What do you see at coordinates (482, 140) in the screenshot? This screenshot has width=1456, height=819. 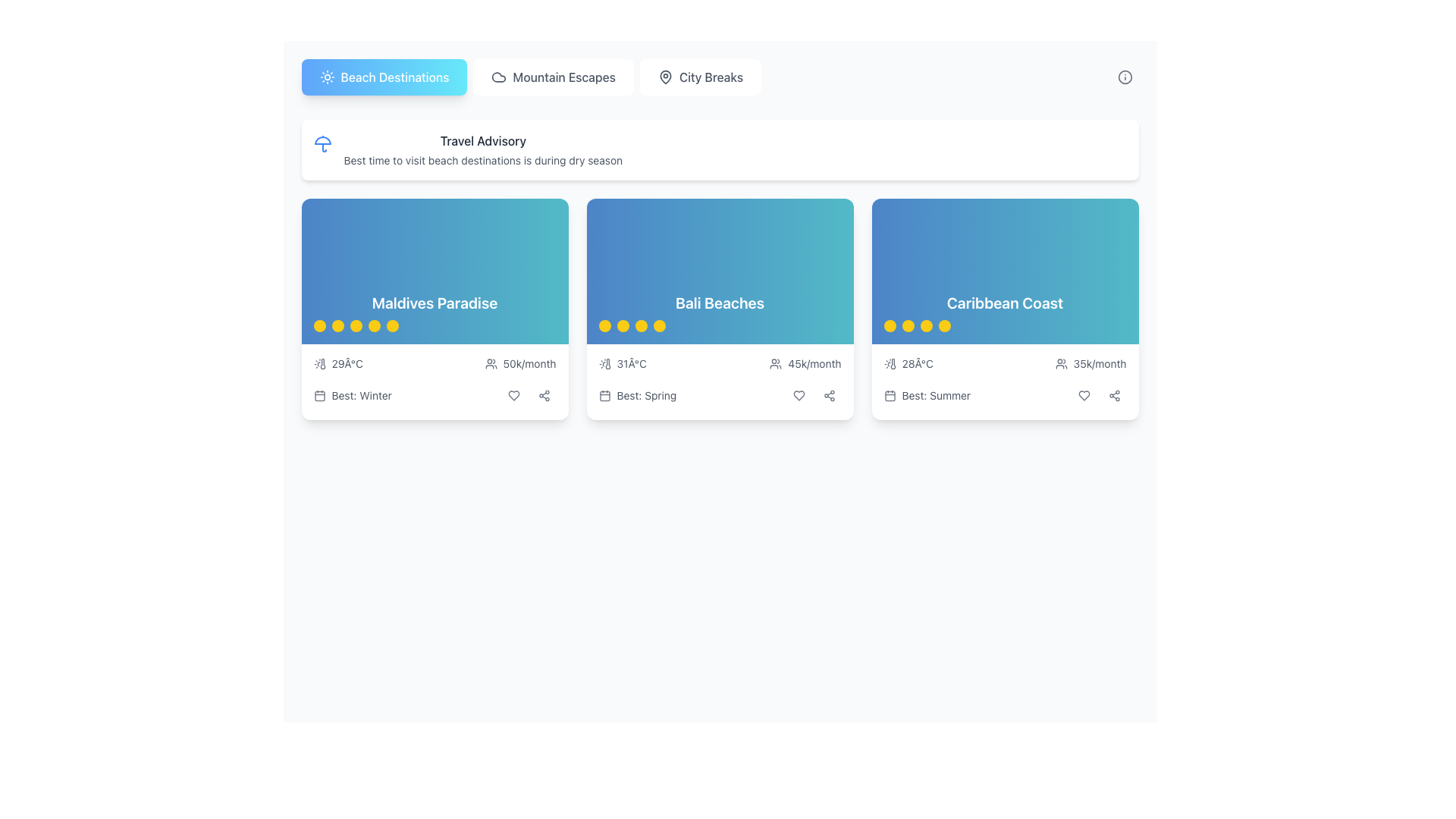 I see `the label that serves as the title for travel-related information, located beneath the navigation tabs and above the description text about beach destinations` at bounding box center [482, 140].